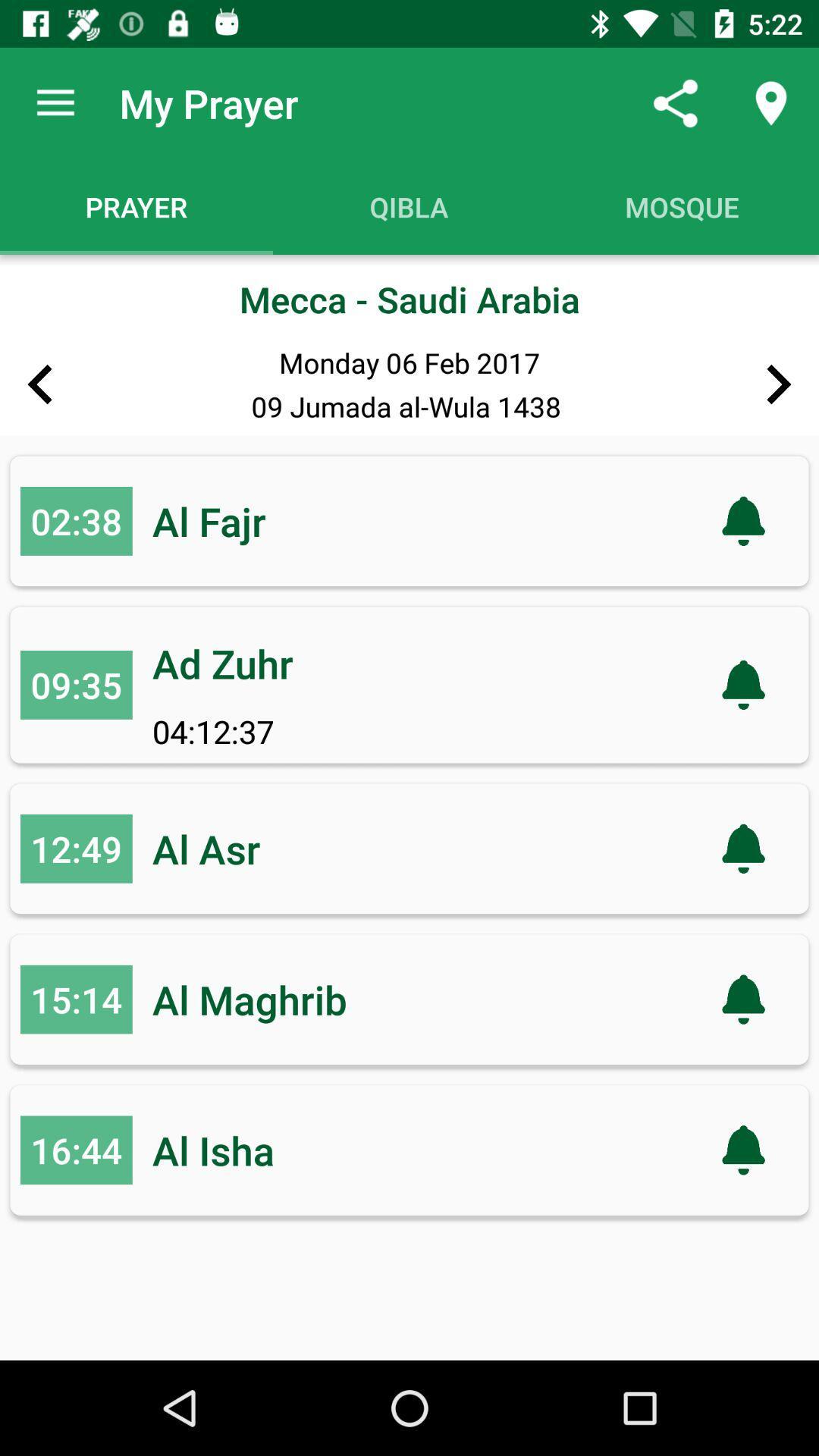 The height and width of the screenshot is (1456, 819). What do you see at coordinates (76, 1150) in the screenshot?
I see `the item to the left of al isha` at bounding box center [76, 1150].